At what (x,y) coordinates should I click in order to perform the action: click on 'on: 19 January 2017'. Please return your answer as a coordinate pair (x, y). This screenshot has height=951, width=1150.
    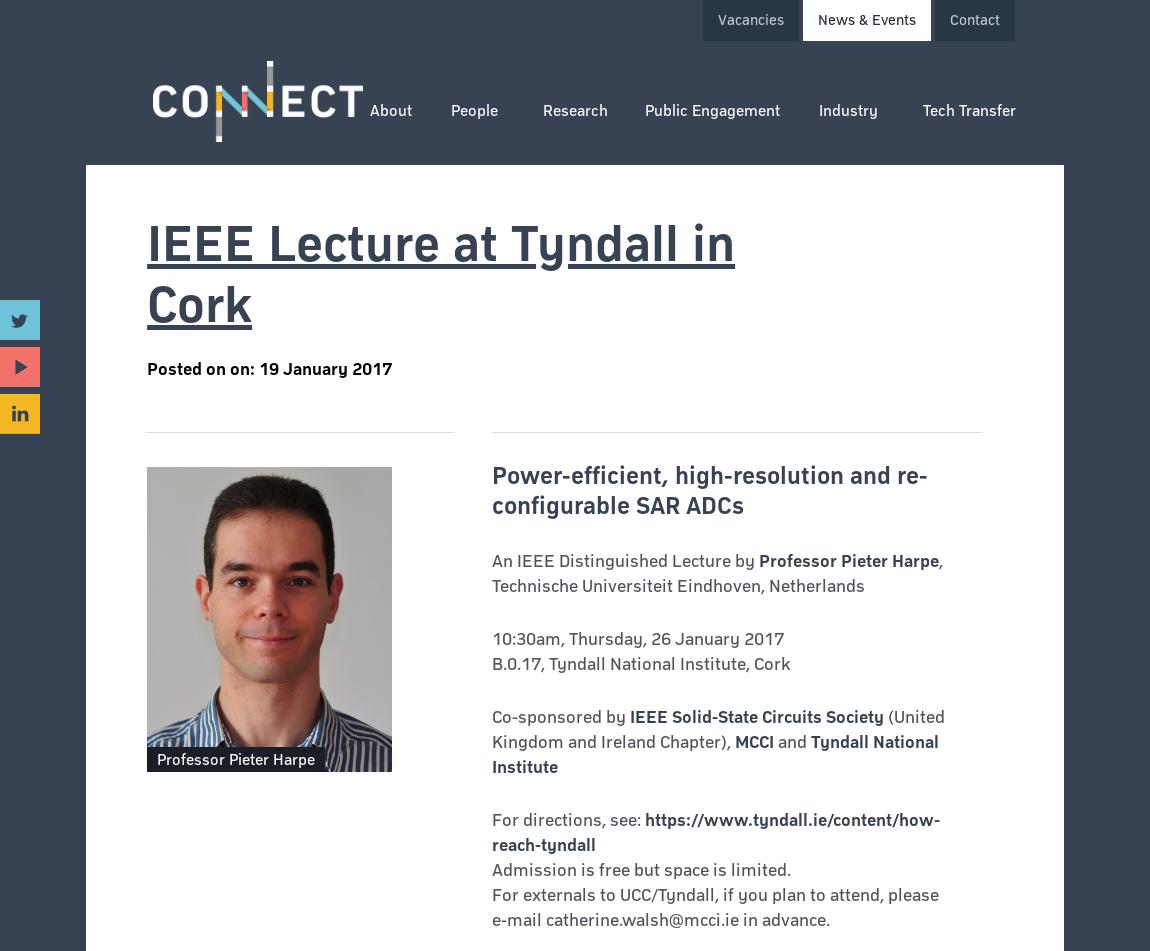
    Looking at the image, I should click on (310, 368).